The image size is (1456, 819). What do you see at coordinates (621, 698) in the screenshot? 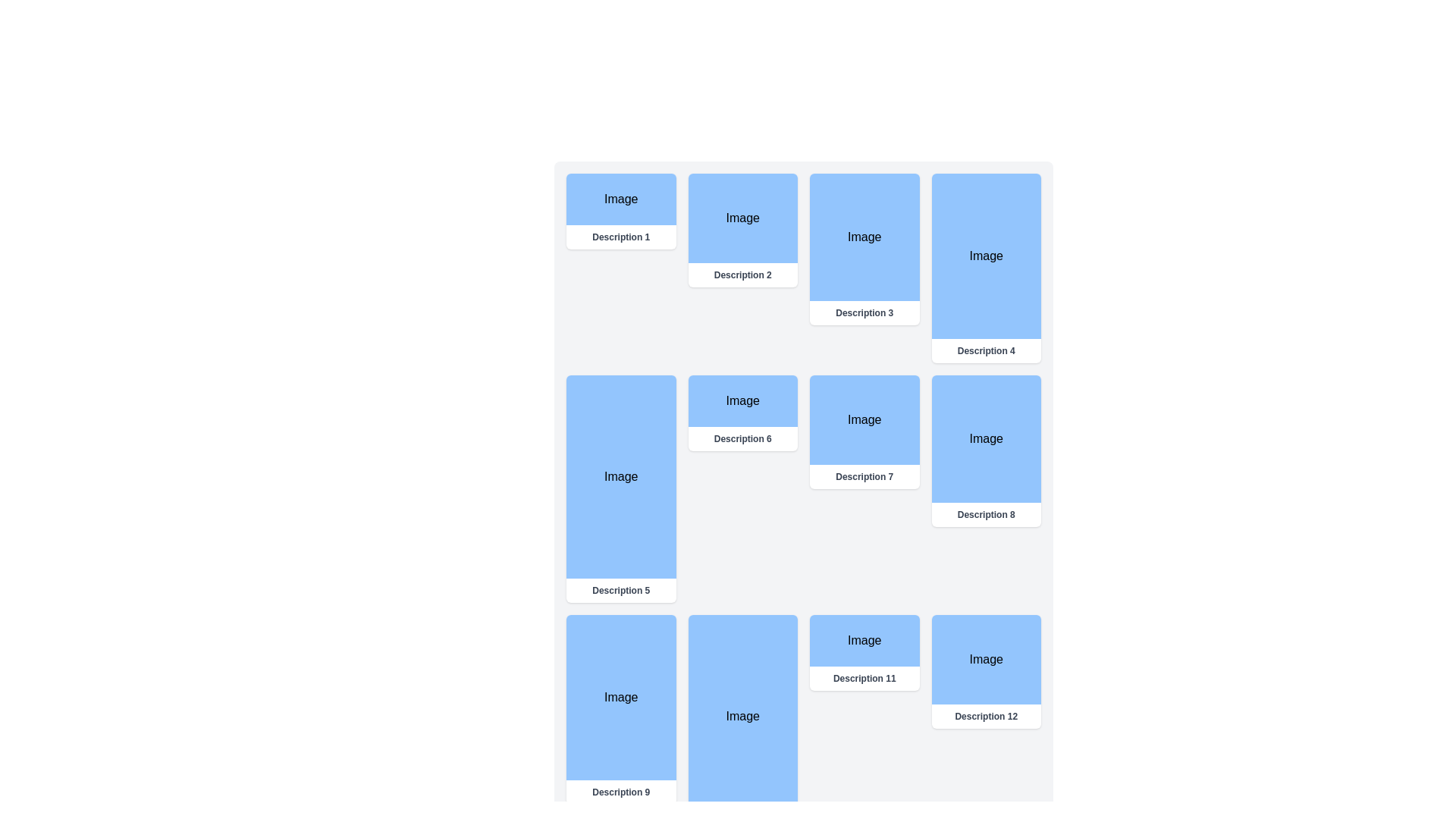
I see `the static display area or image placeholder located in the upper section of the card, directly above the text labeled 'Description 9'` at bounding box center [621, 698].